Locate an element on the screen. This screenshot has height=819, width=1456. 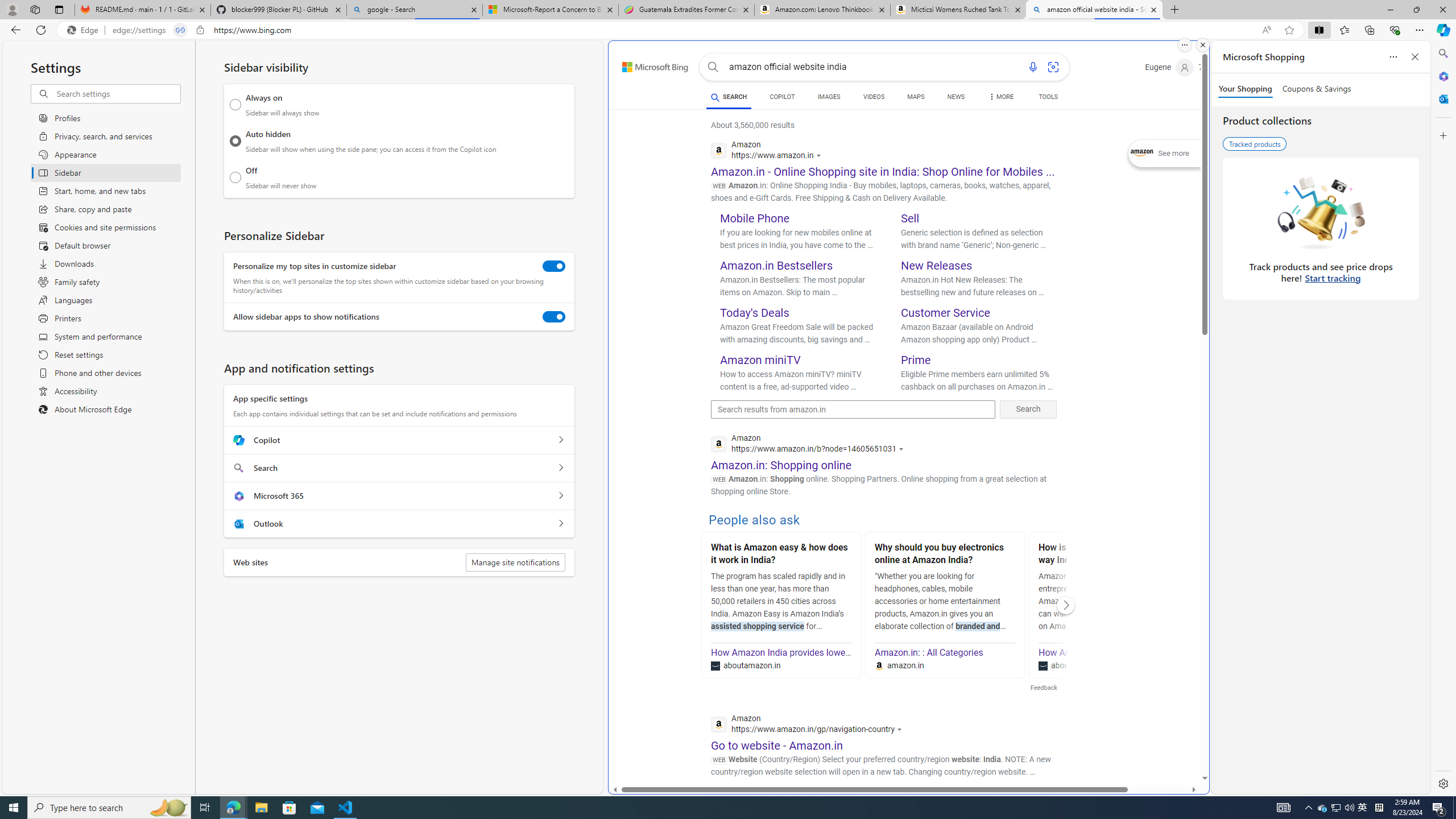
'More options.' is located at coordinates (1184, 44).